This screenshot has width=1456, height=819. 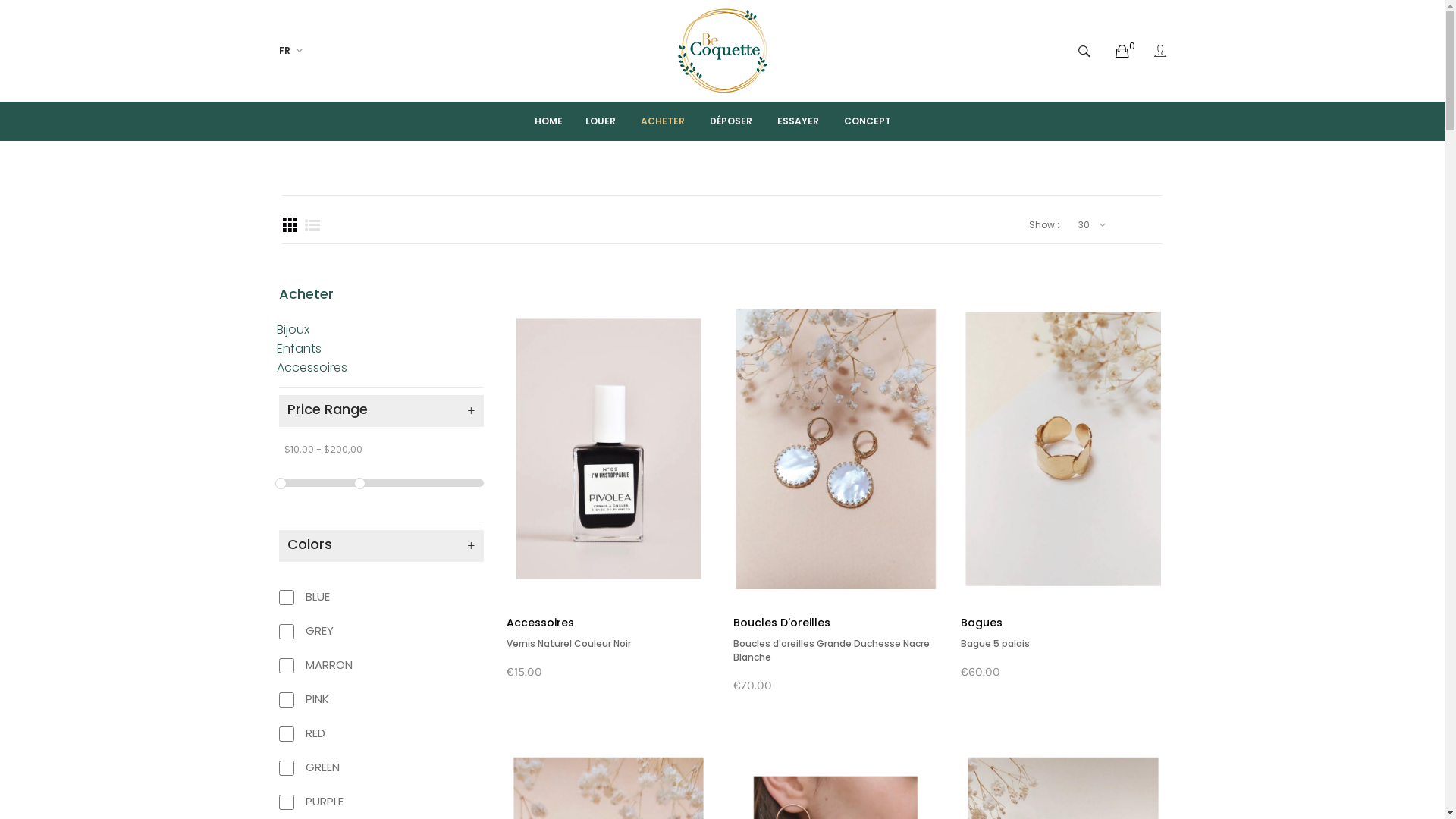 What do you see at coordinates (290, 225) in the screenshot?
I see `'Grid'` at bounding box center [290, 225].